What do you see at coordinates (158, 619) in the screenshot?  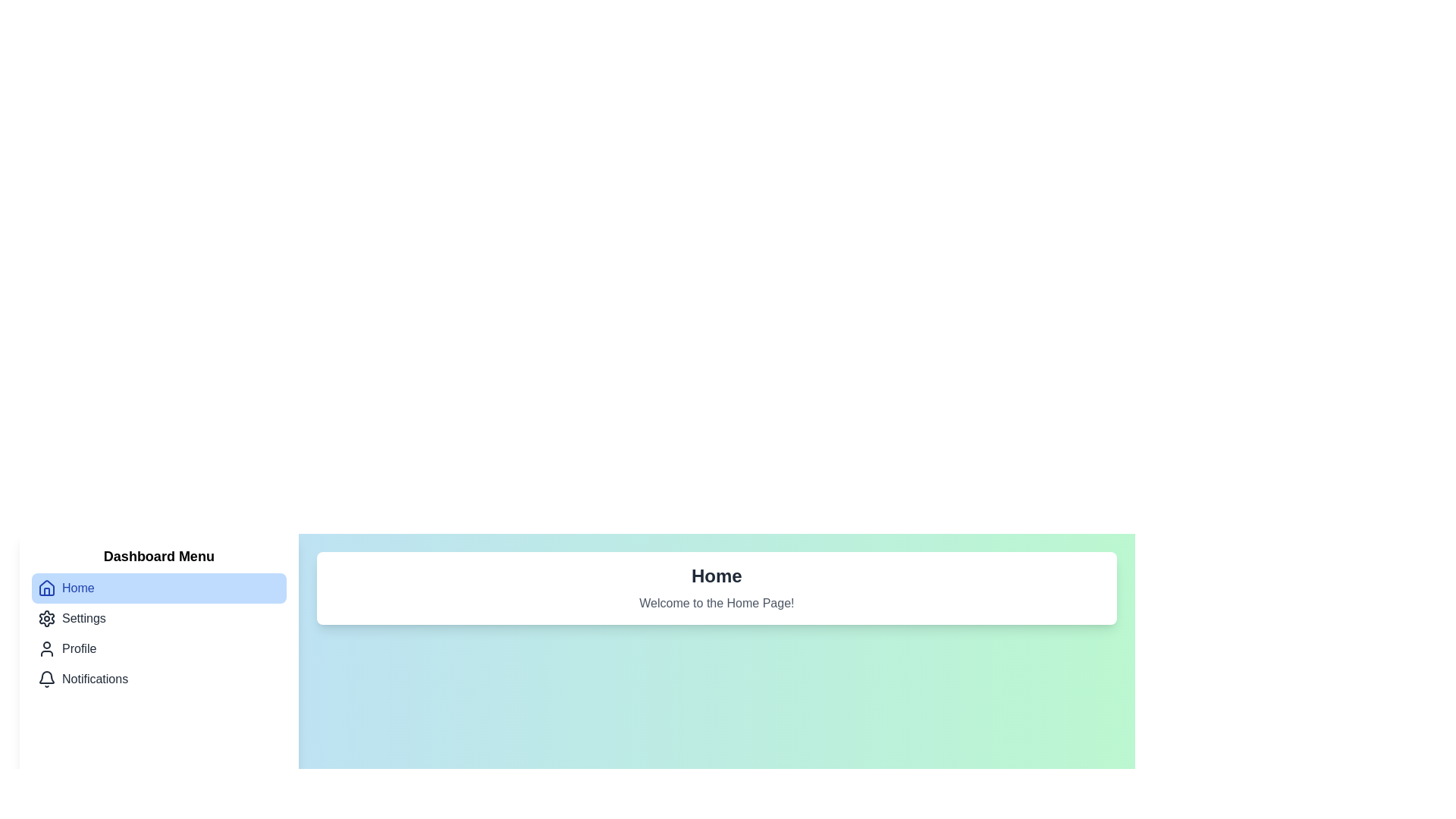 I see `the menu item corresponding to Settings` at bounding box center [158, 619].